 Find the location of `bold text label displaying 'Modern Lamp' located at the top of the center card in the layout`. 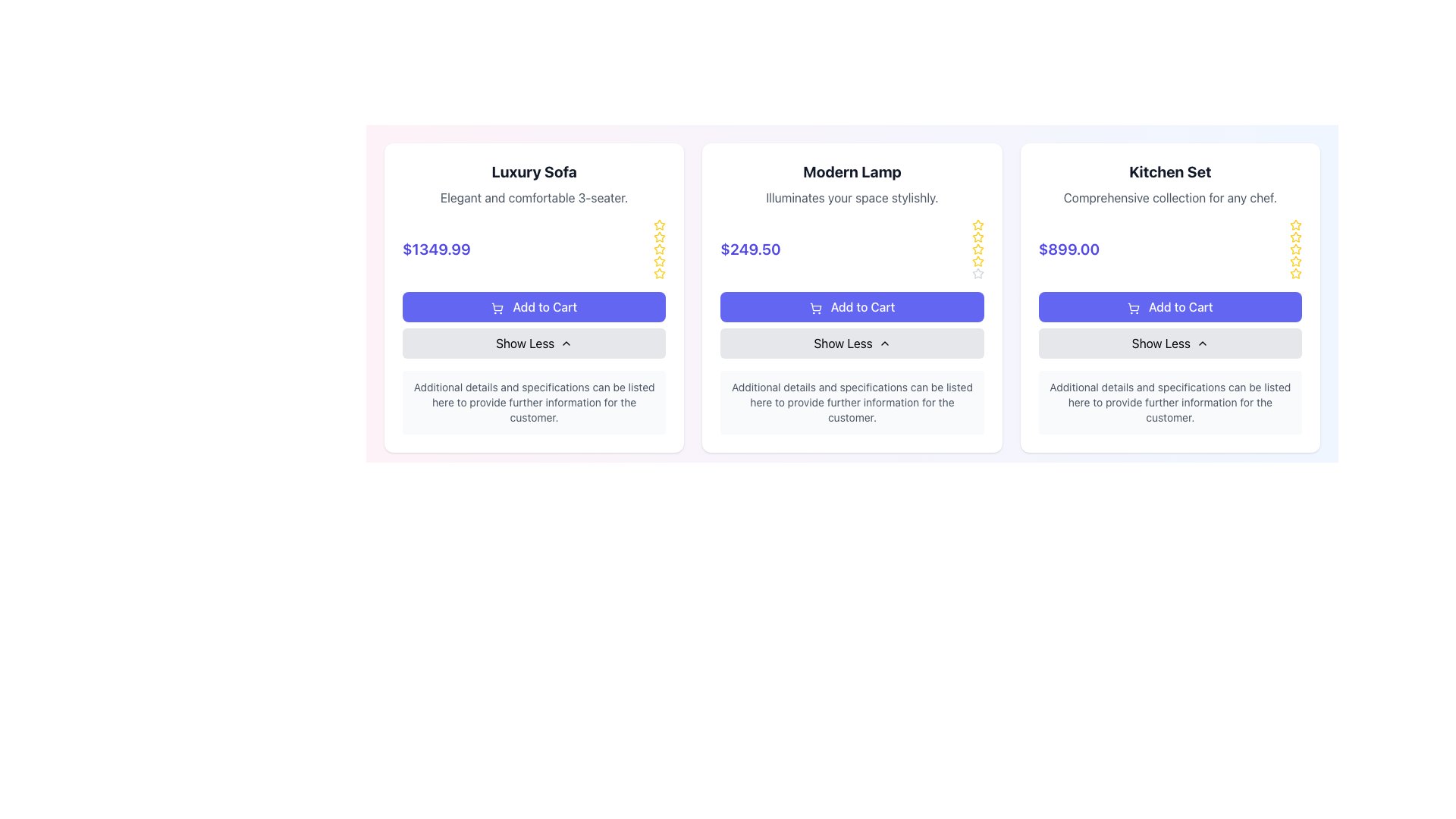

bold text label displaying 'Modern Lamp' located at the top of the center card in the layout is located at coordinates (852, 171).